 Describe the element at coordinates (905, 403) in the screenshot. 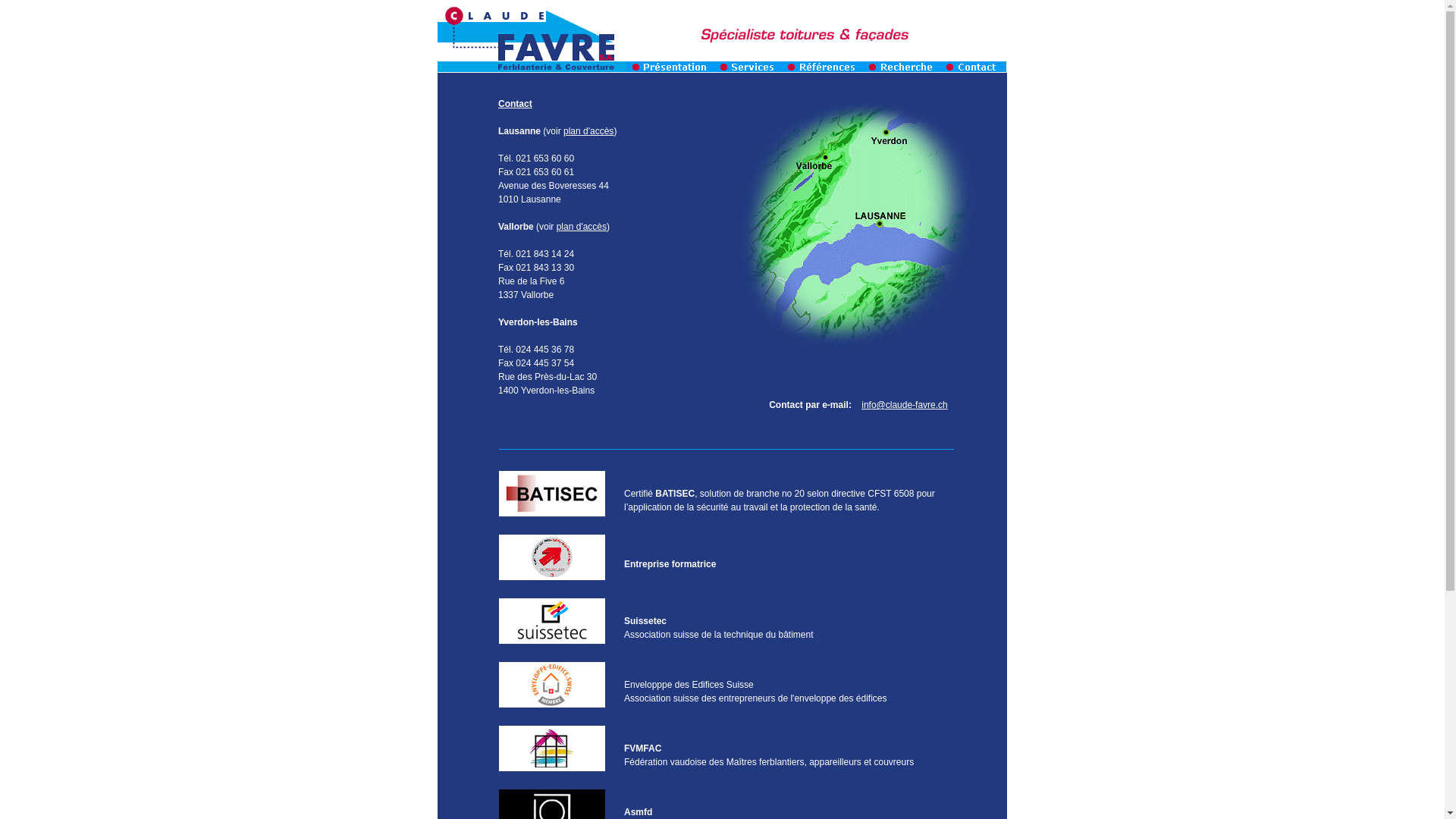

I see `'info@claude-favre.ch'` at that location.